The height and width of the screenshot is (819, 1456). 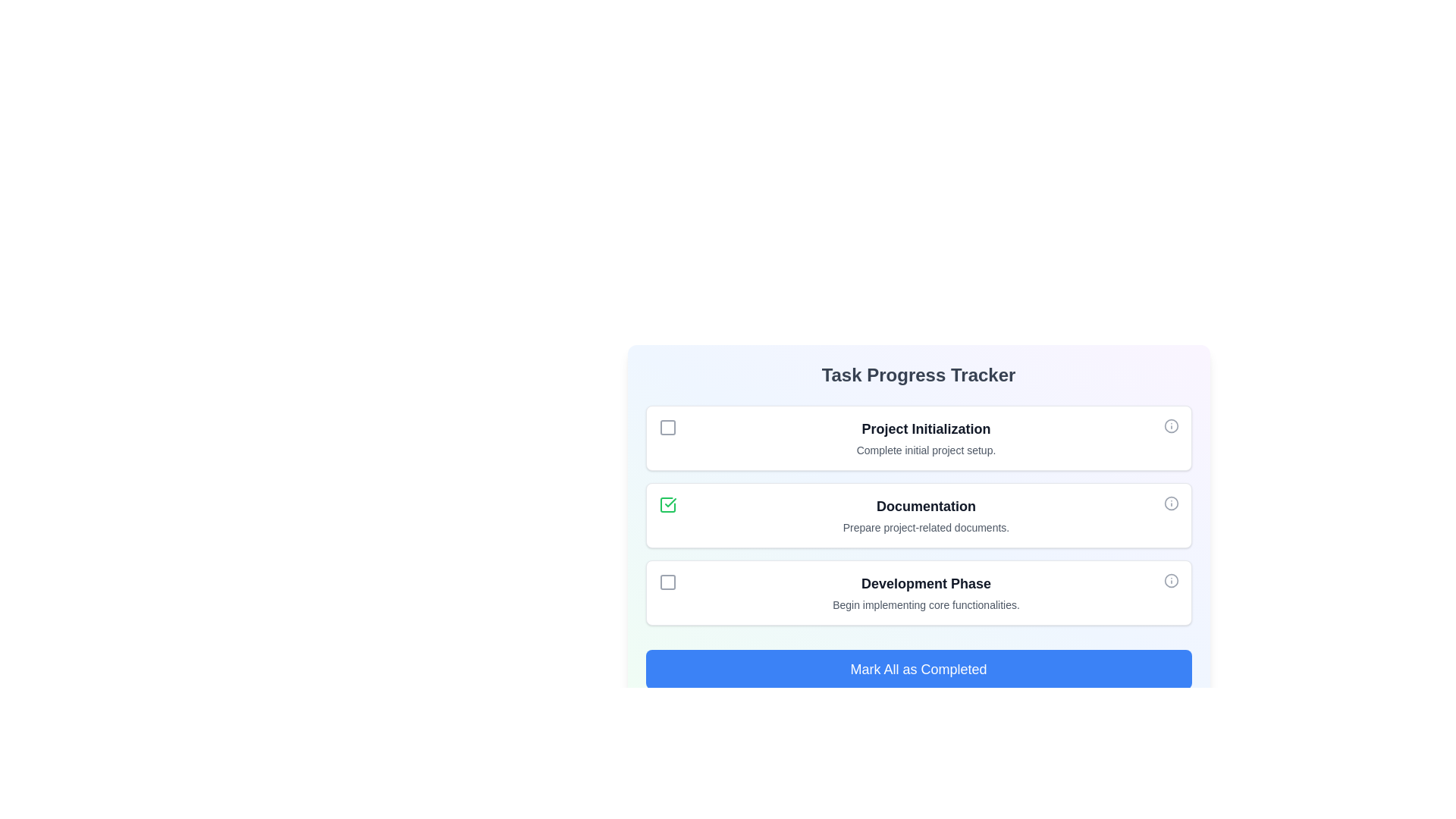 What do you see at coordinates (1170, 580) in the screenshot?
I see `the Information icon located at the far right of the 'Development Phase' task card` at bounding box center [1170, 580].